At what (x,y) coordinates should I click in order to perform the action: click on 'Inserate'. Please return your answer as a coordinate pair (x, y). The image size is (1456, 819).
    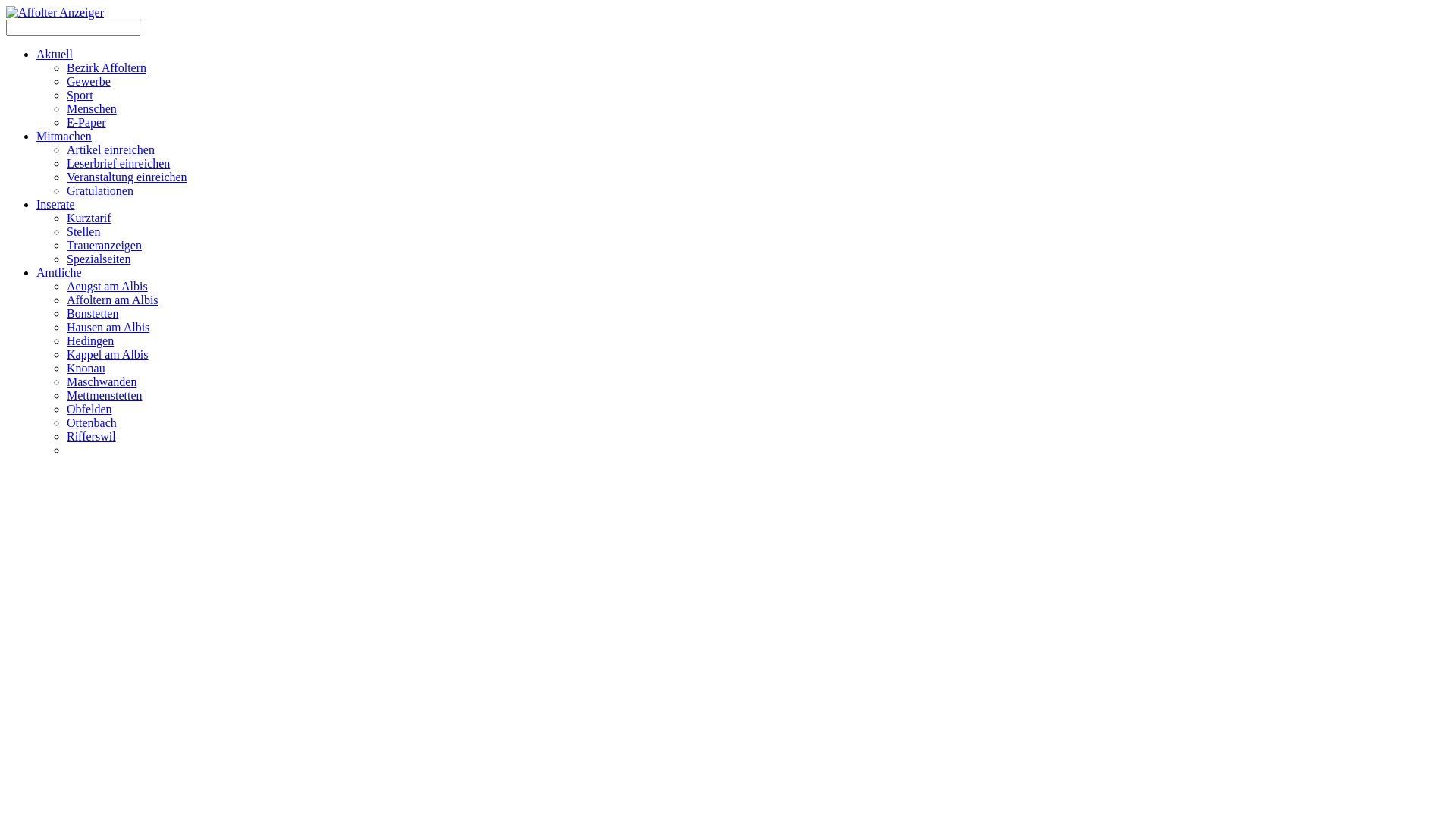
    Looking at the image, I should click on (55, 203).